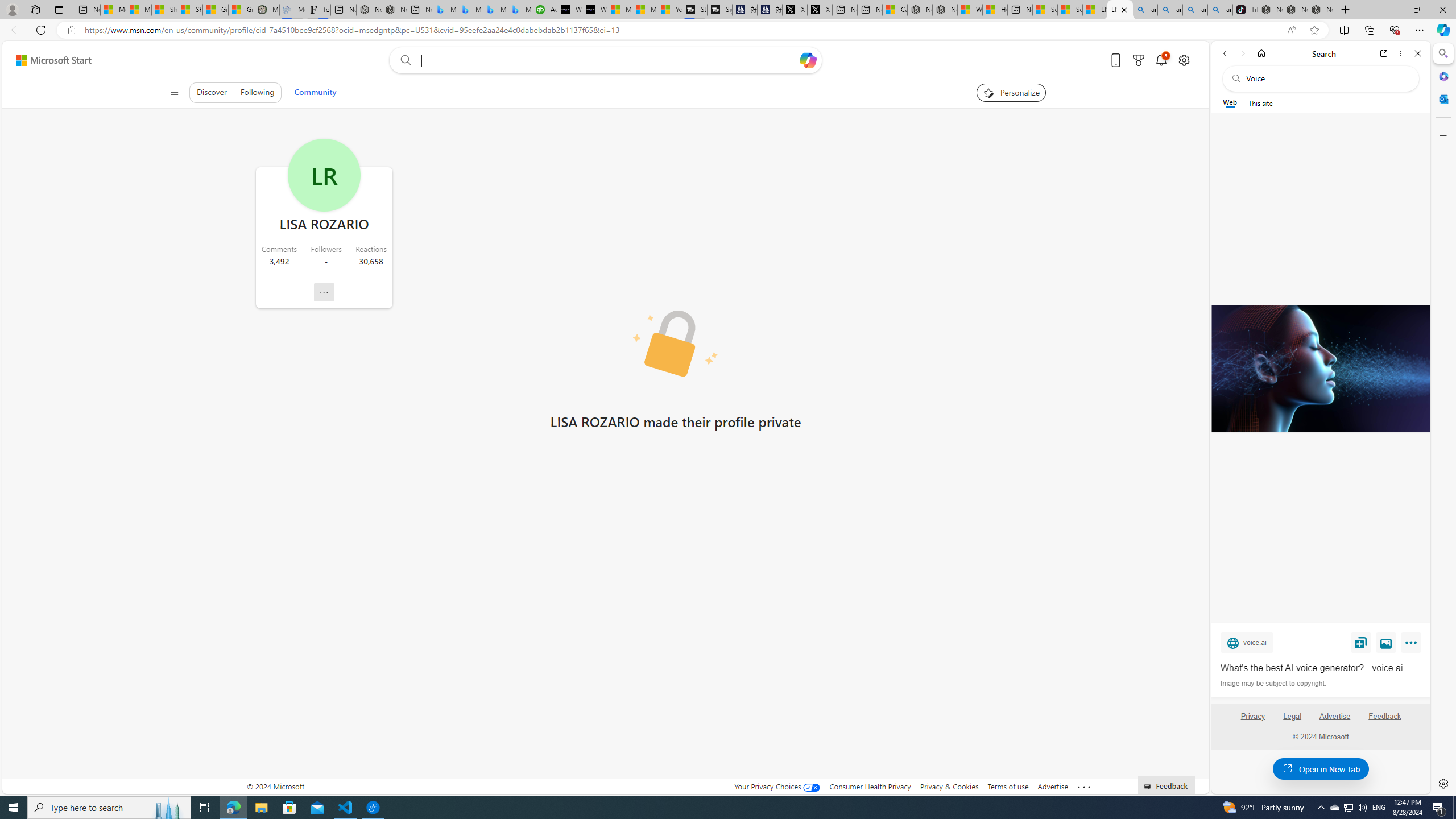  Describe the element at coordinates (1138, 60) in the screenshot. I see `'Microsoft rewards'` at that location.